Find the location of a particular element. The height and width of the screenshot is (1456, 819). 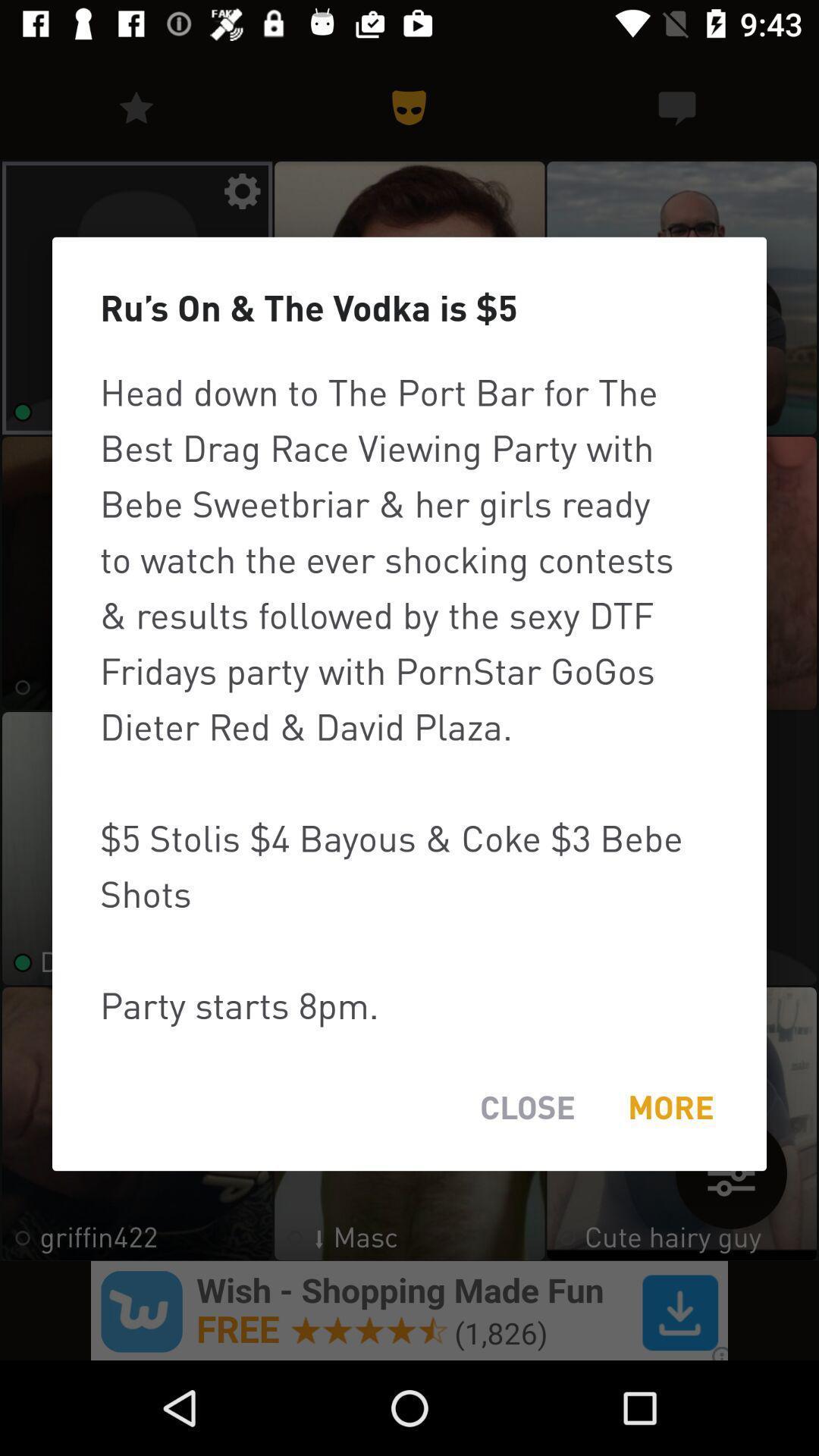

item at the bottom is located at coordinates (526, 1107).